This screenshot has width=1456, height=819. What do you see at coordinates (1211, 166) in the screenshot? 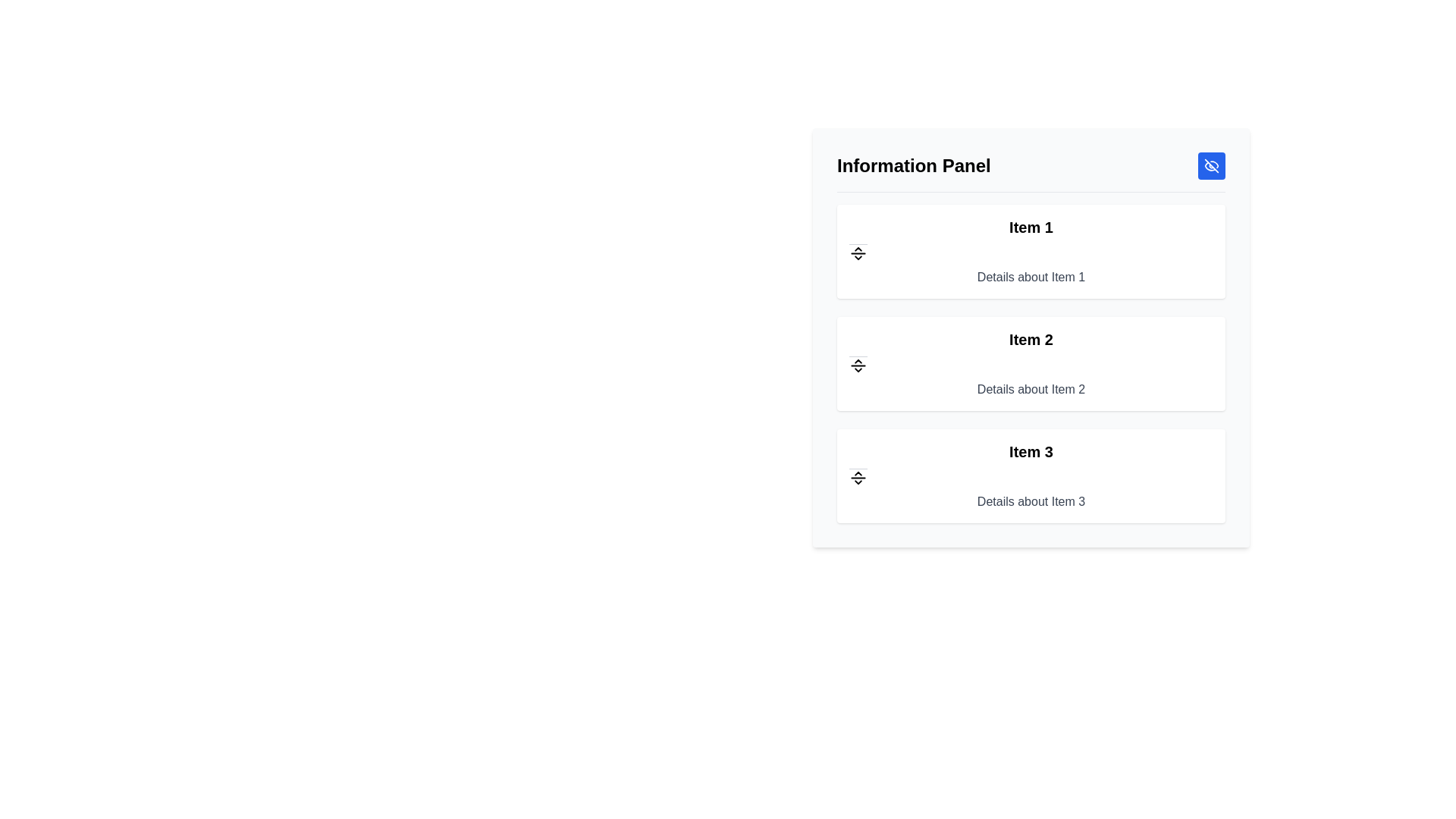
I see `the icon located at the top right corner of the 'Information Panel' button with a blue background and rounded edges` at bounding box center [1211, 166].